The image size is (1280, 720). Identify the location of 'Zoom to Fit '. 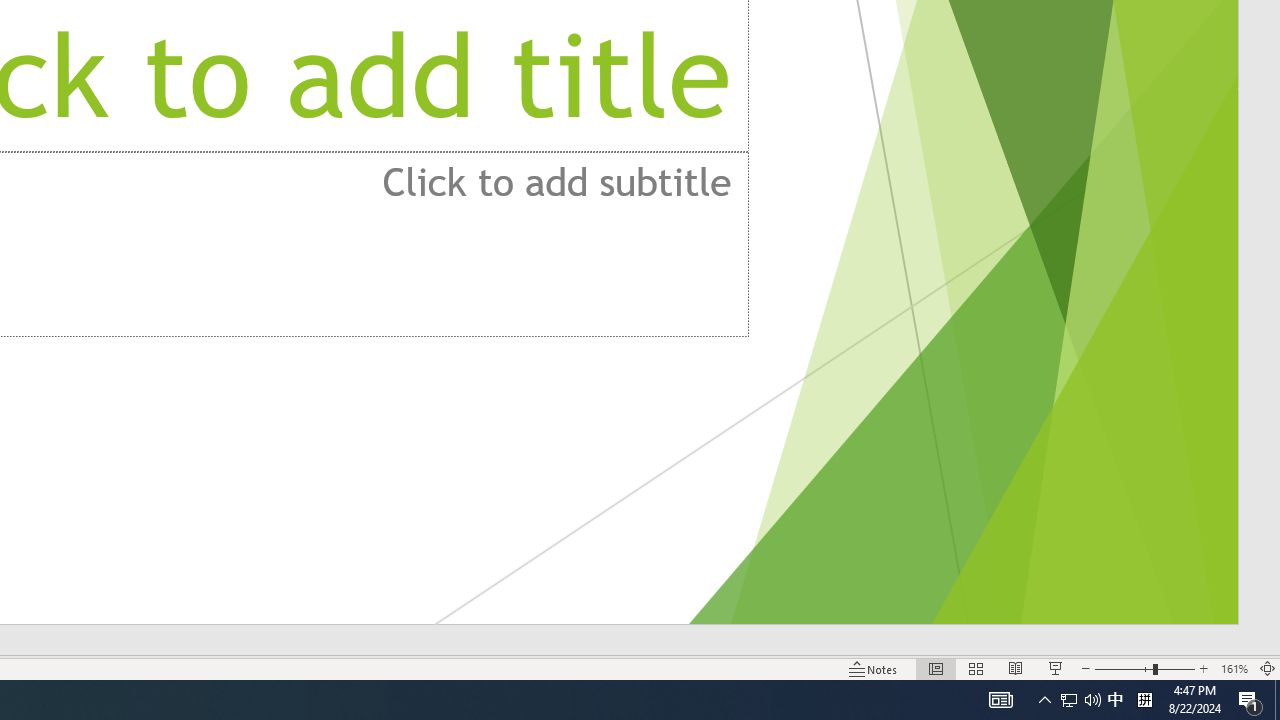
(1266, 669).